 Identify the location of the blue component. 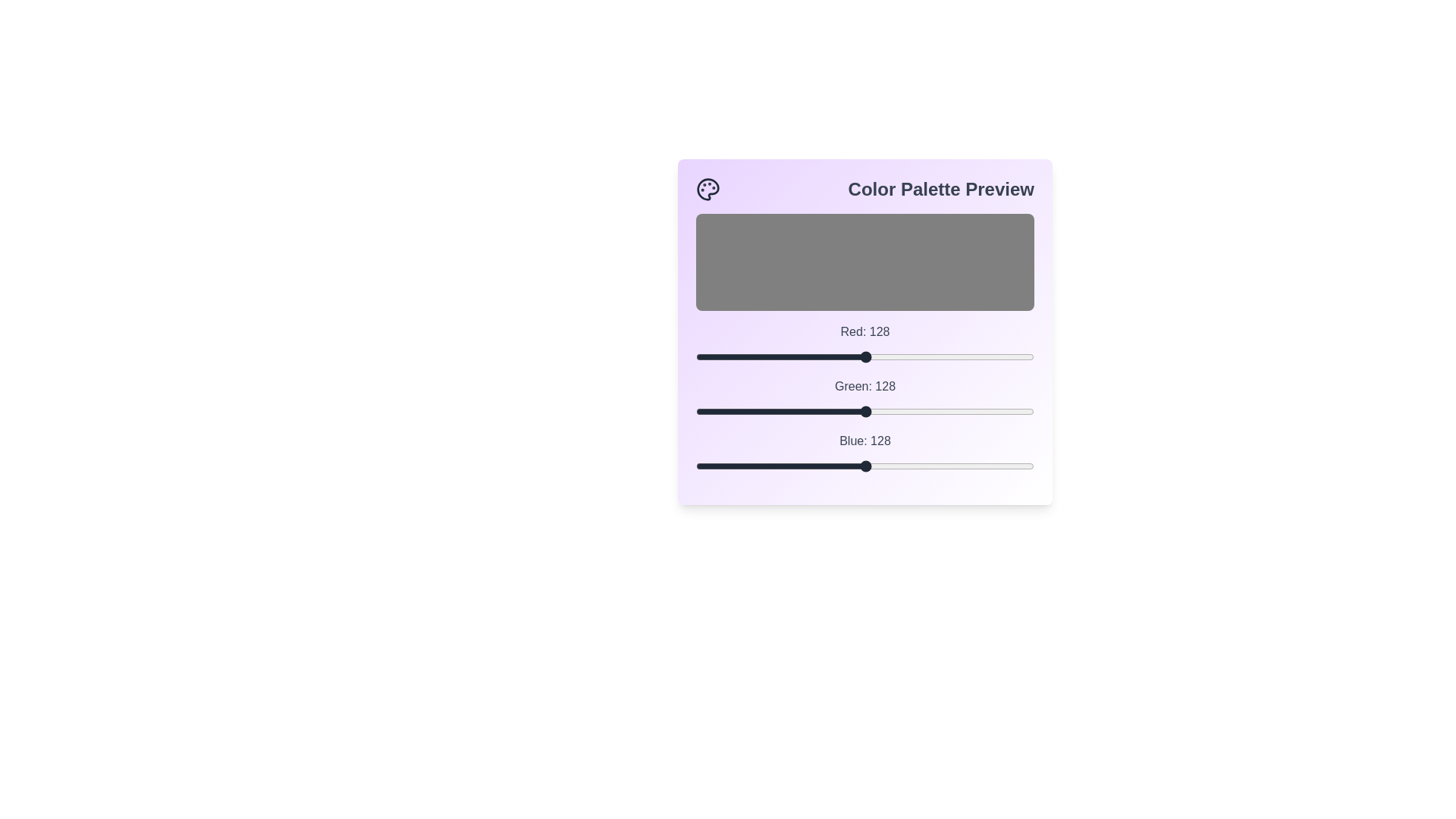
(876, 465).